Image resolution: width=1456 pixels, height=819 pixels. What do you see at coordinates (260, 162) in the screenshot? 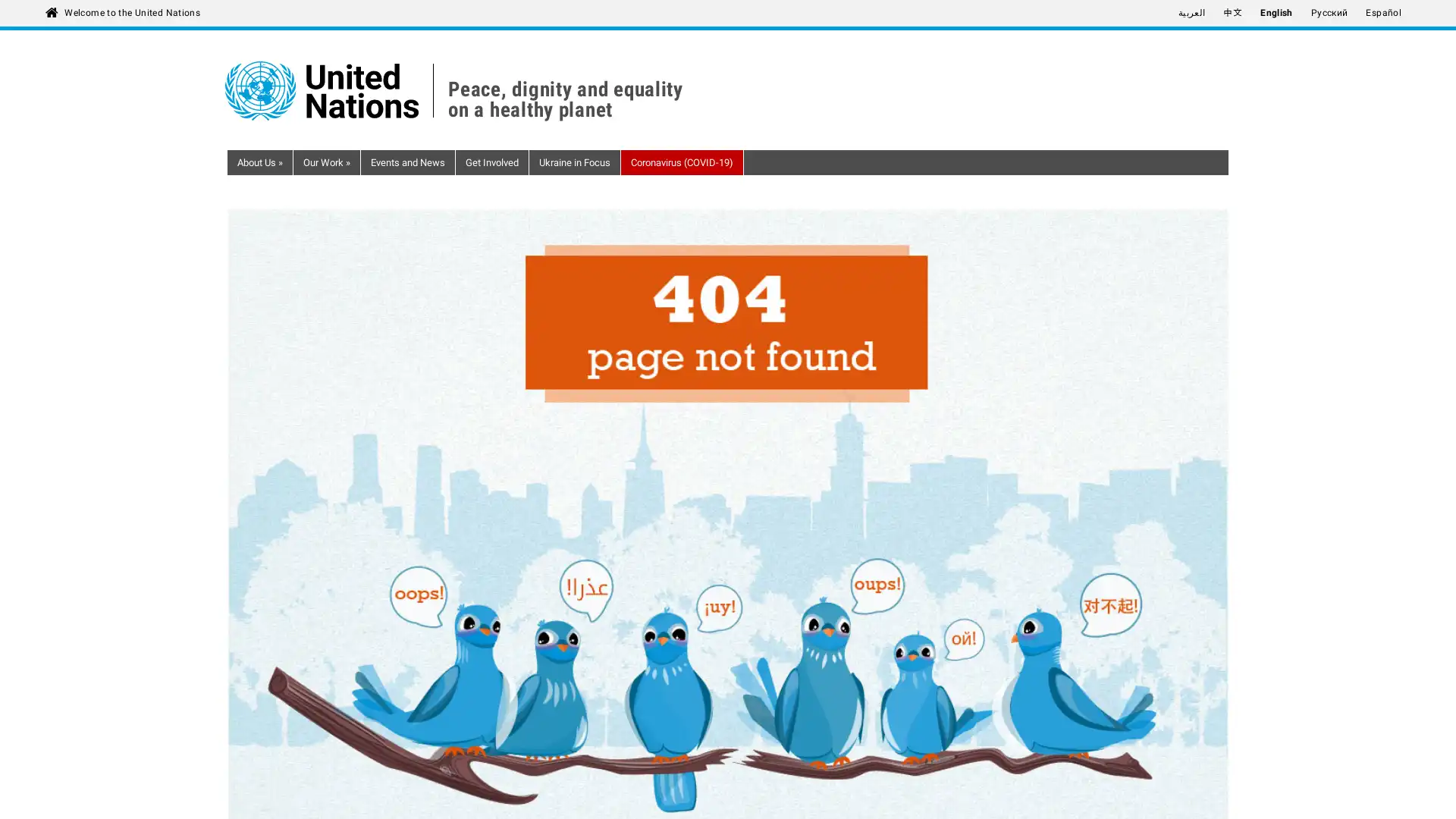
I see `About Us` at bounding box center [260, 162].